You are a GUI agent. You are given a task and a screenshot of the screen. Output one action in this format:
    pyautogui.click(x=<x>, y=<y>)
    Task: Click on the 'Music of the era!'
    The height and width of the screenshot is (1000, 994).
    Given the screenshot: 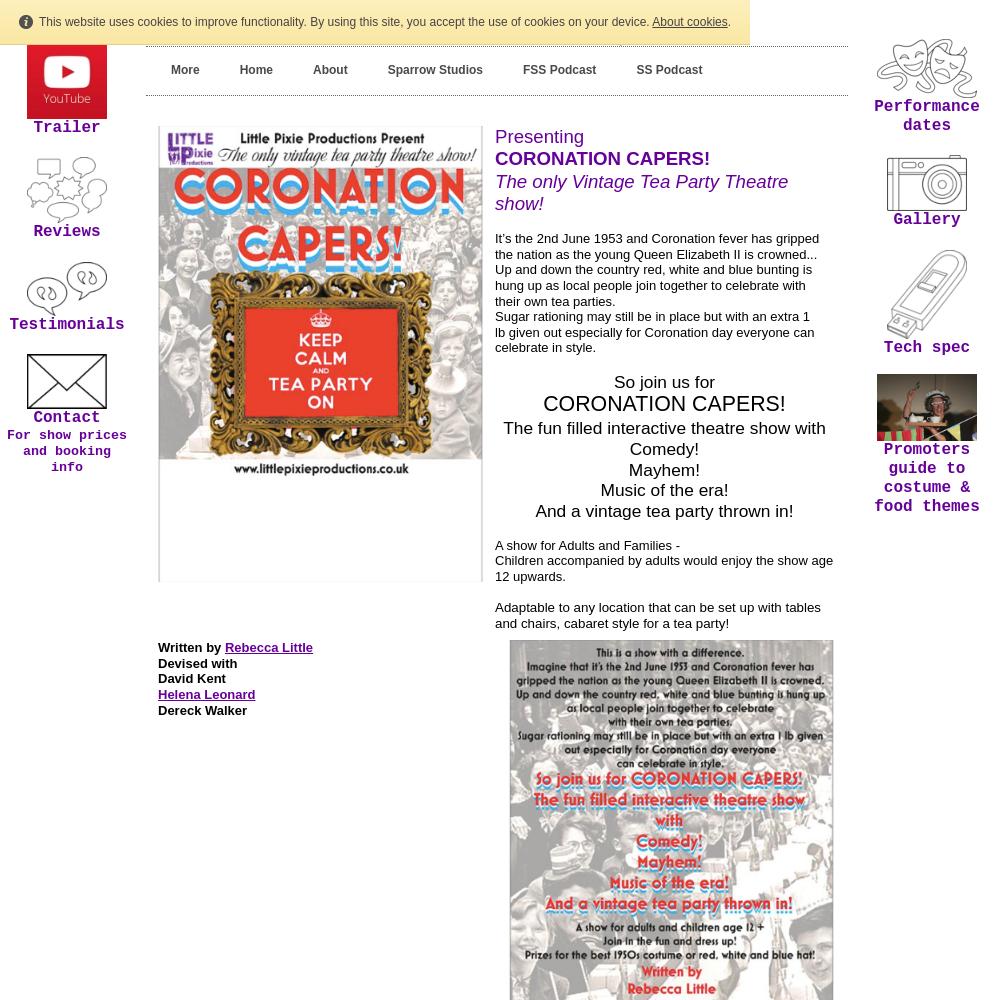 What is the action you would take?
    pyautogui.click(x=599, y=489)
    